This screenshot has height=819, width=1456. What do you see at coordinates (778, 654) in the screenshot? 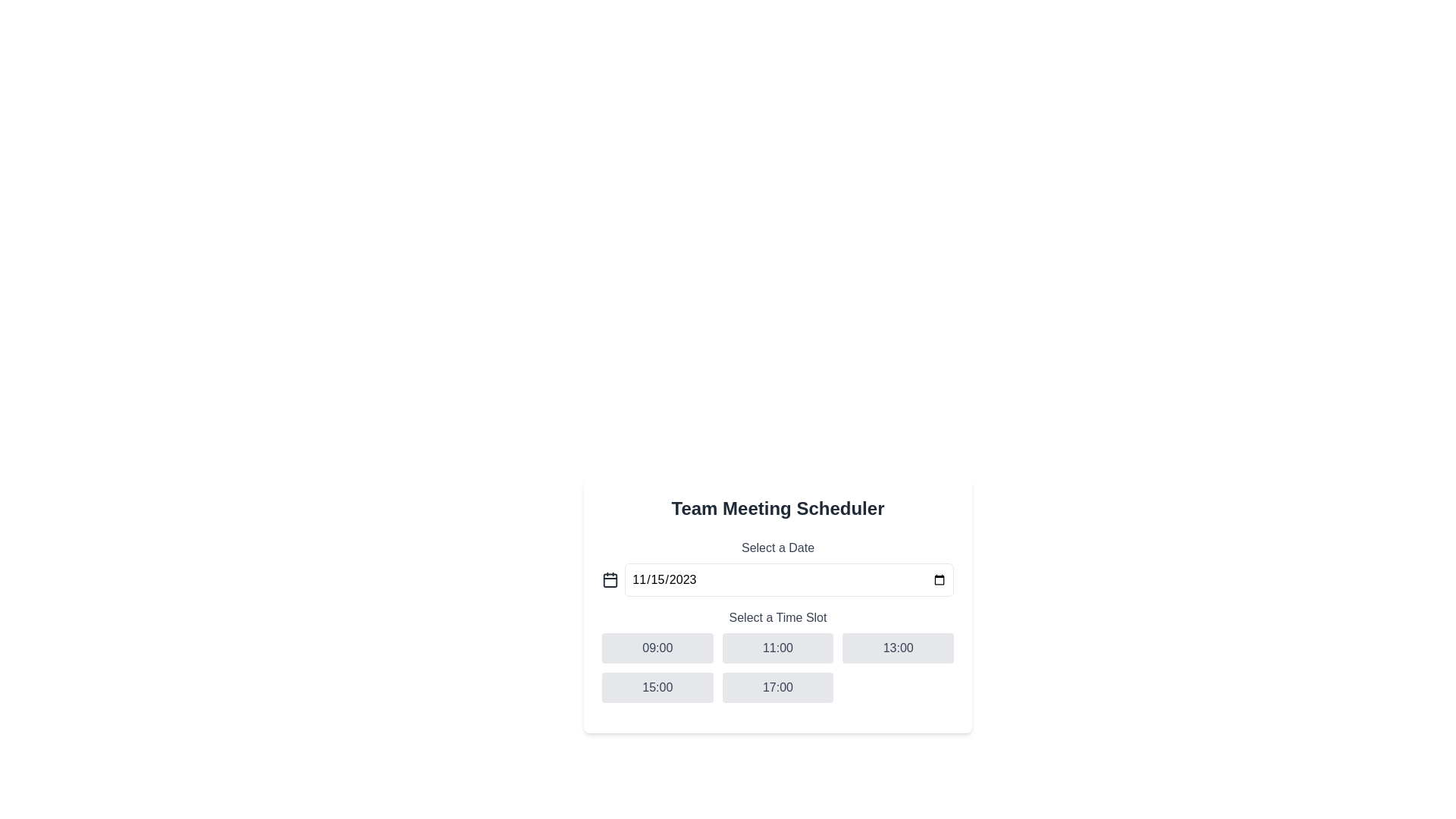
I see `the '11:00' button in the 'Select a Time Slot' section of the 'Team Meeting Scheduler' interface` at bounding box center [778, 654].